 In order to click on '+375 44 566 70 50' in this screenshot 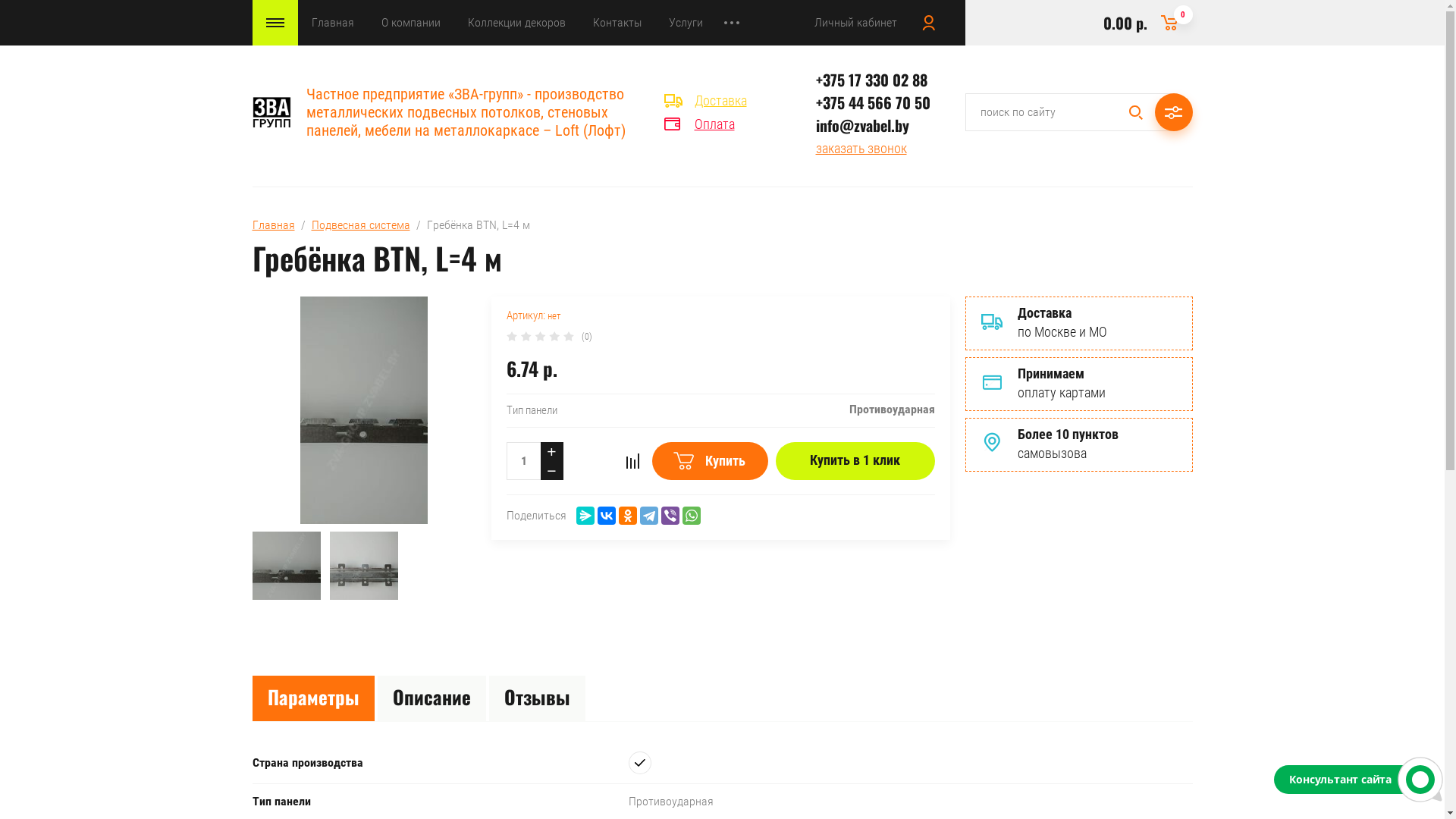, I will do `click(814, 102)`.